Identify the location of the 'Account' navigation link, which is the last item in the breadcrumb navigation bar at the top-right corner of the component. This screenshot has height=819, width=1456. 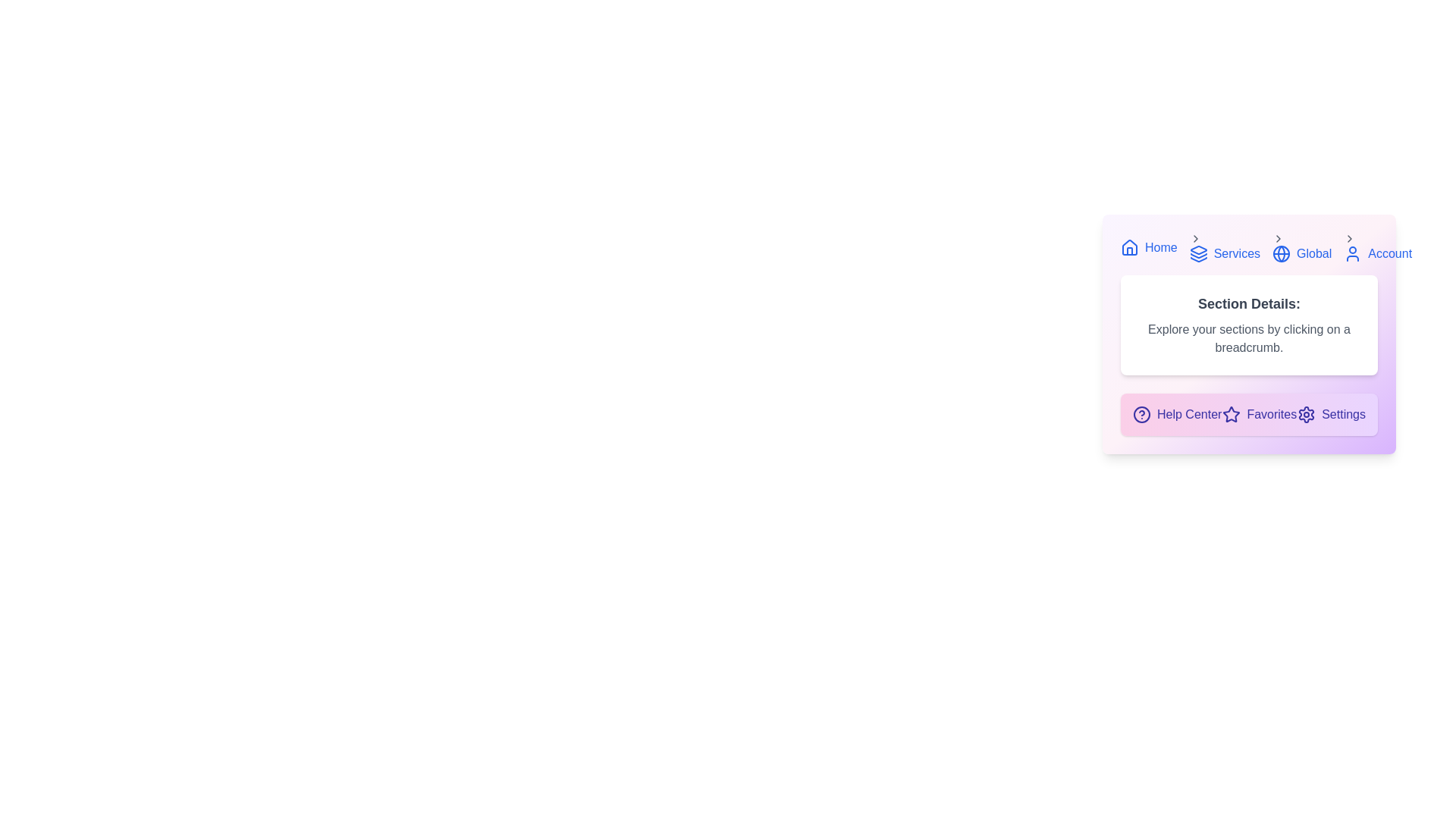
(1378, 247).